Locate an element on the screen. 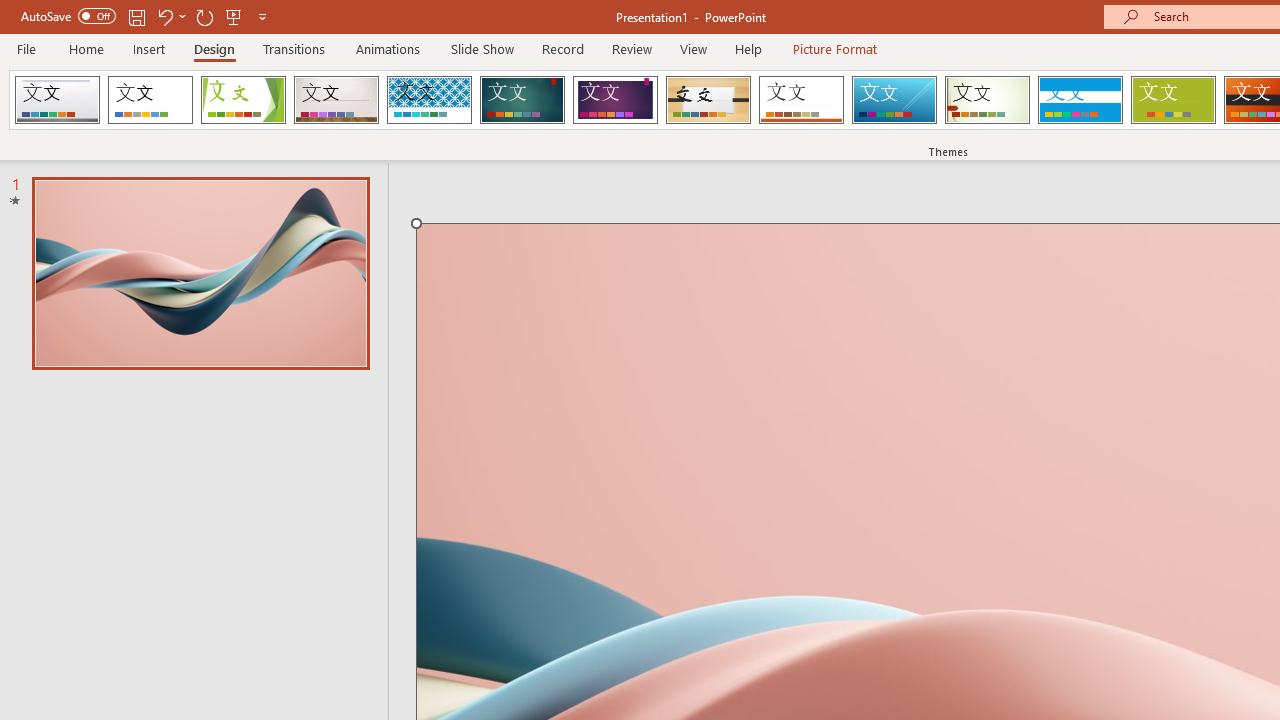 This screenshot has height=720, width=1280. 'Facet' is located at coordinates (242, 100).